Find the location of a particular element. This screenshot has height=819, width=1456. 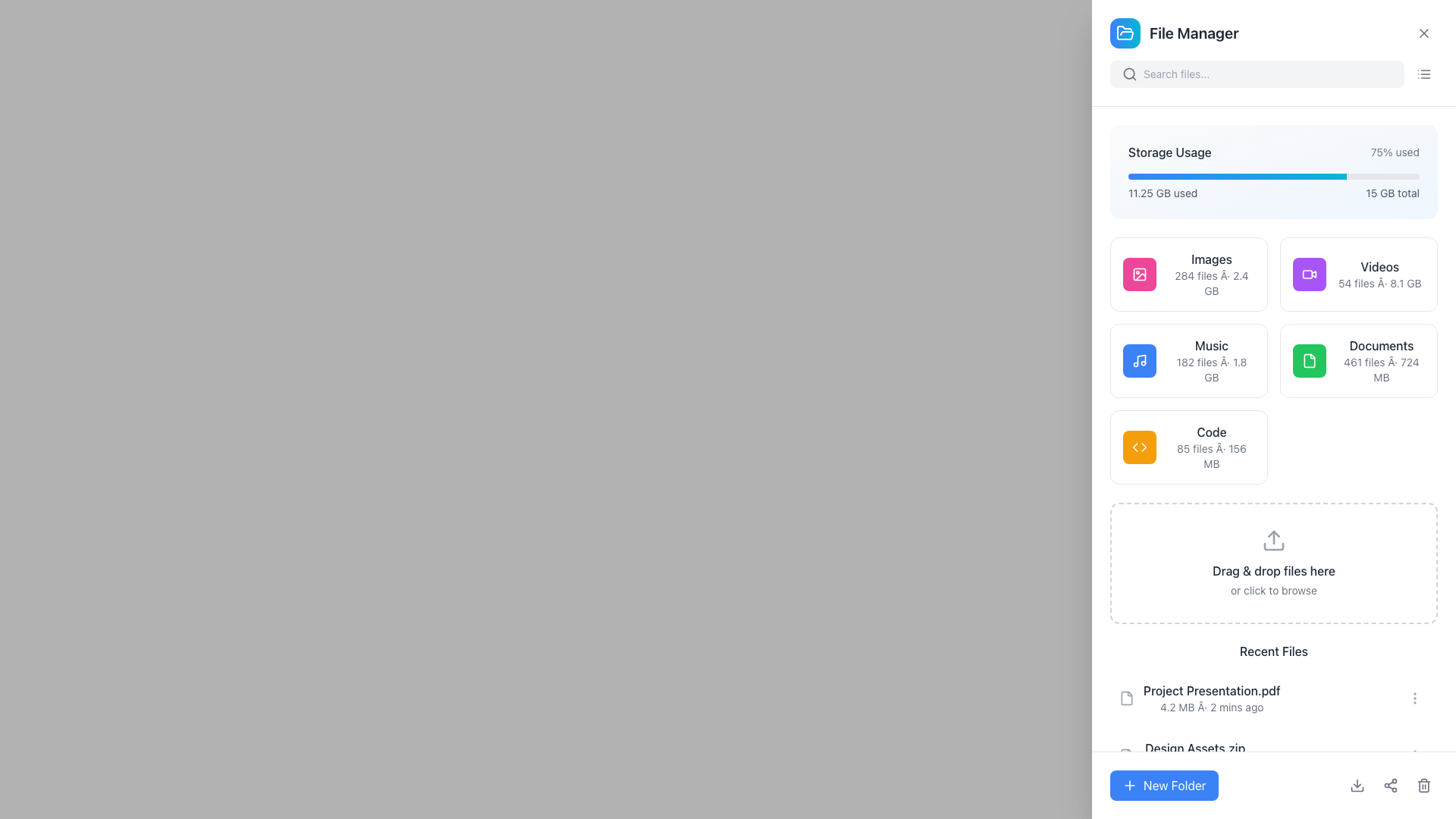

the button with a list icon in the top-right corner of the interface is located at coordinates (1423, 74).